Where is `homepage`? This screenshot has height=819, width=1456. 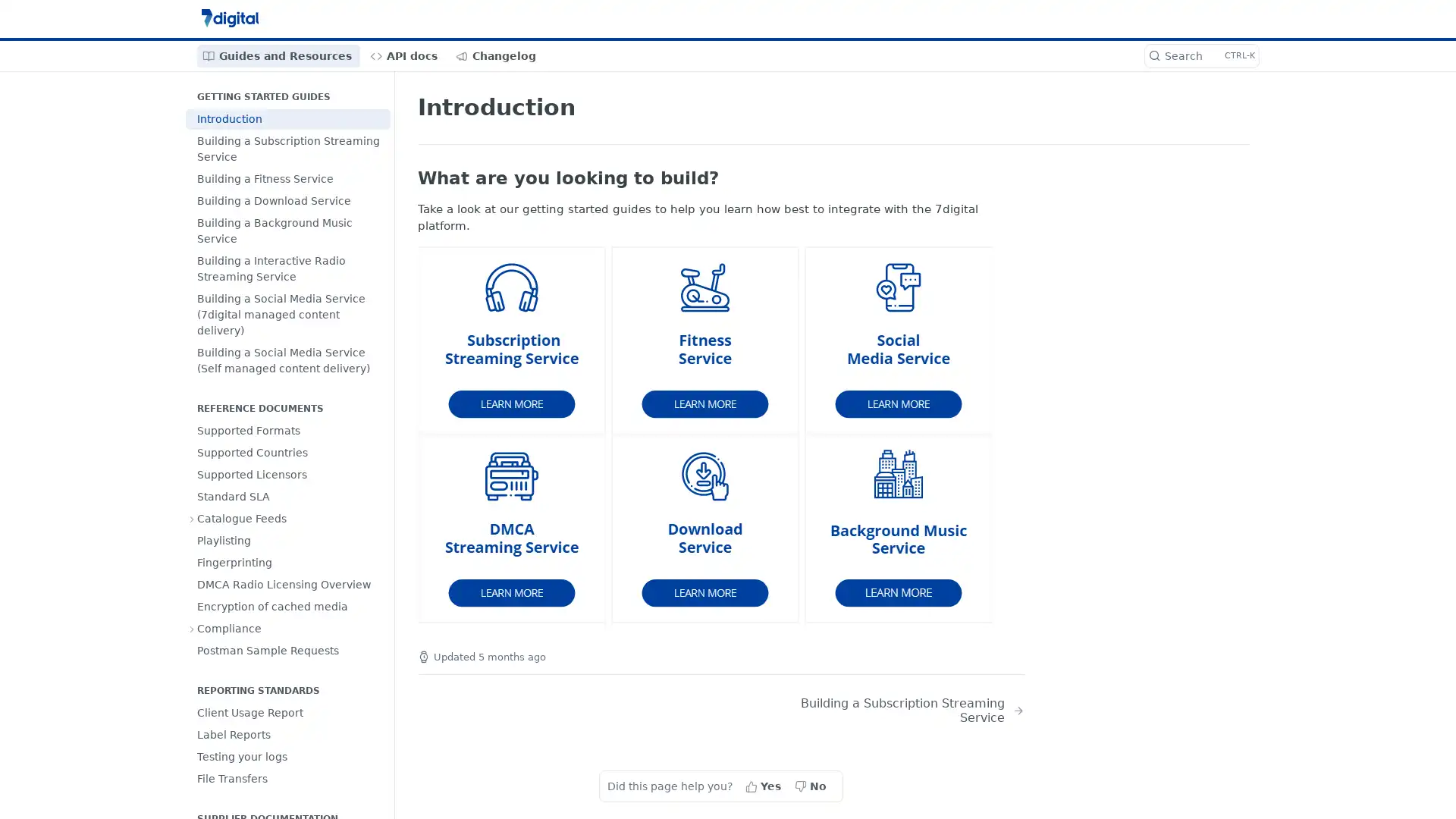
homepage is located at coordinates (705, 338).